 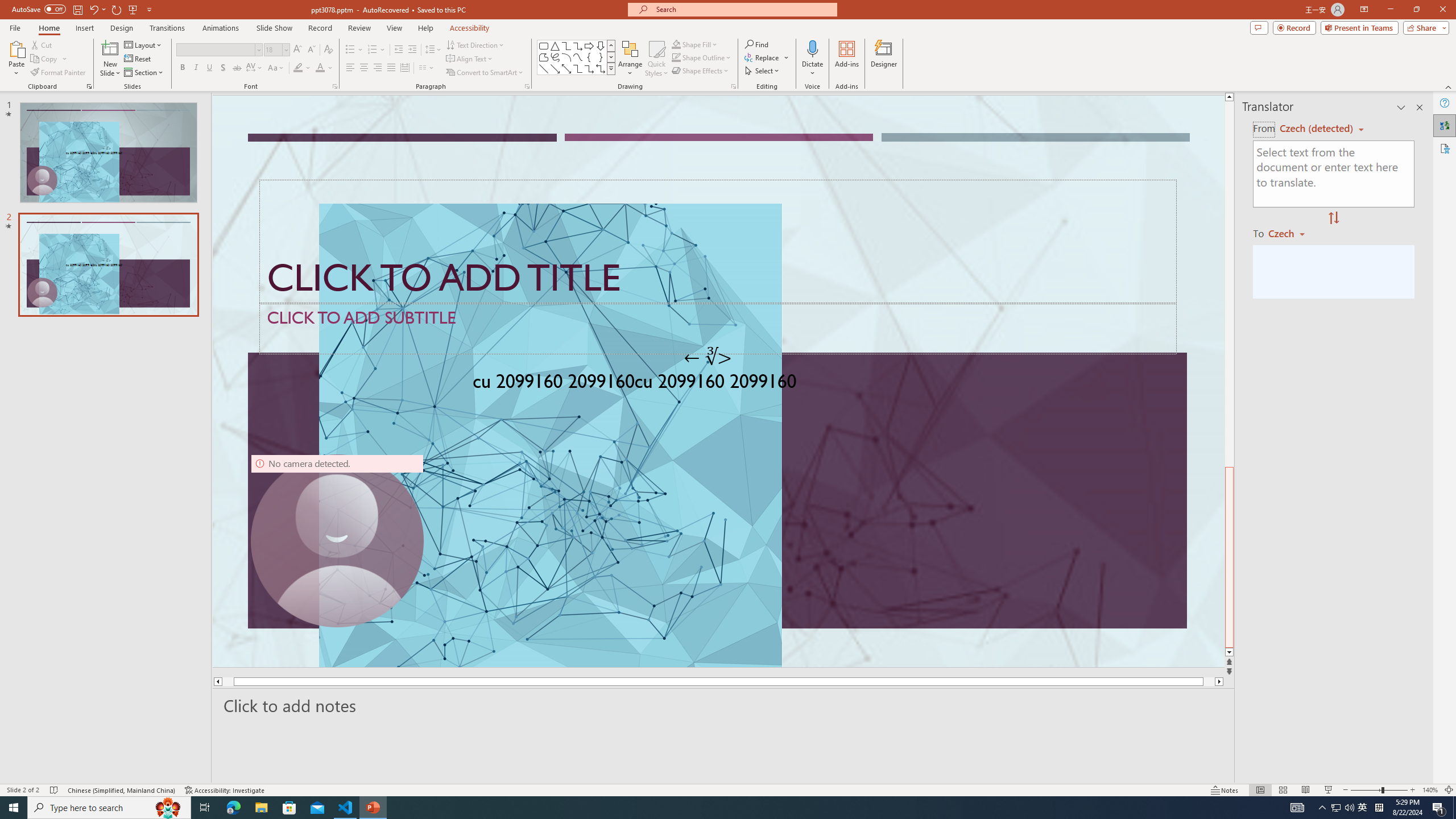 I want to click on 'Czech (detected)', so click(x=1317, y=128).